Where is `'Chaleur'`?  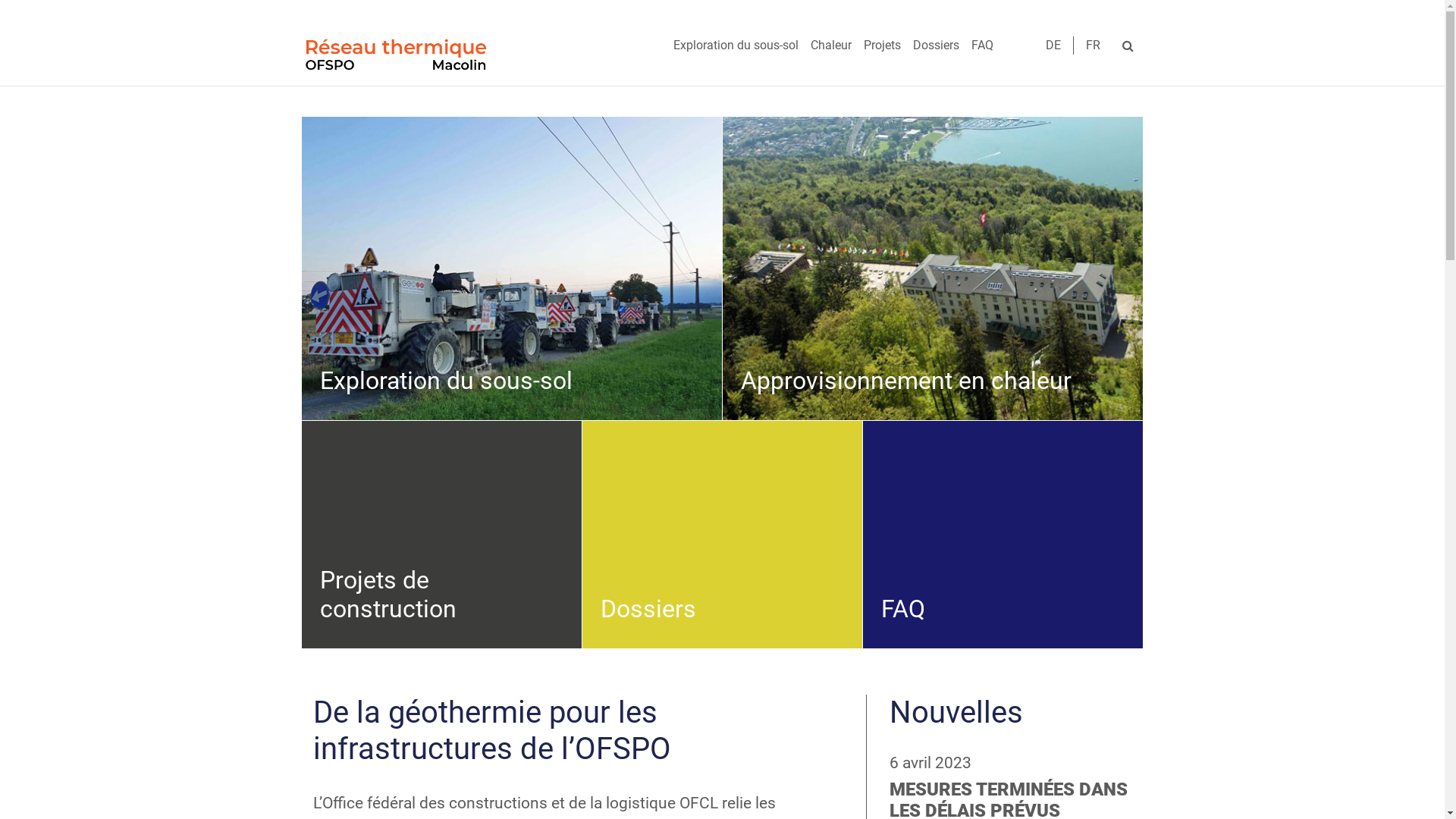
'Chaleur' is located at coordinates (803, 45).